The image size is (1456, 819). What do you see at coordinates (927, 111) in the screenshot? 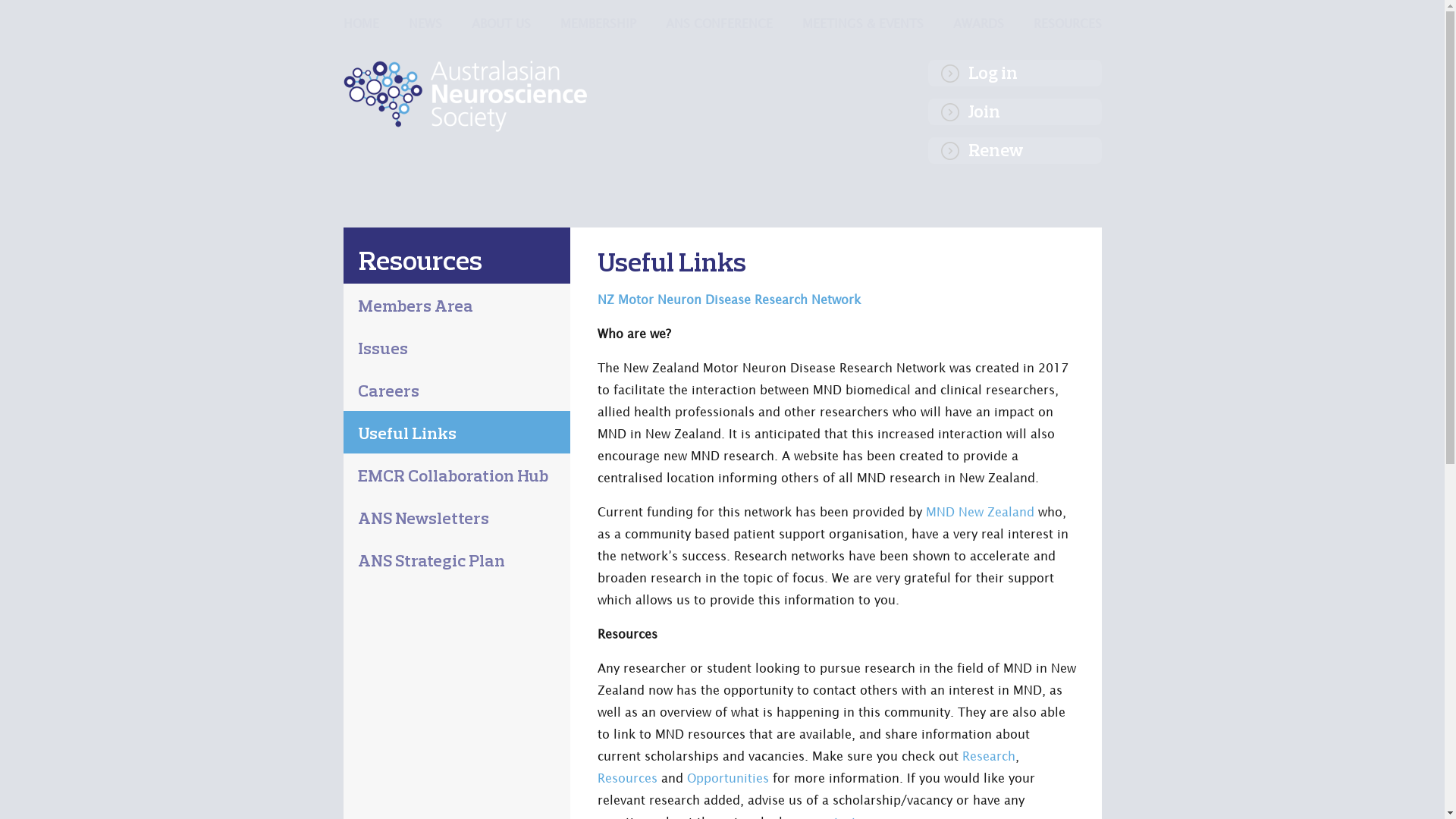
I see `'Join'` at bounding box center [927, 111].